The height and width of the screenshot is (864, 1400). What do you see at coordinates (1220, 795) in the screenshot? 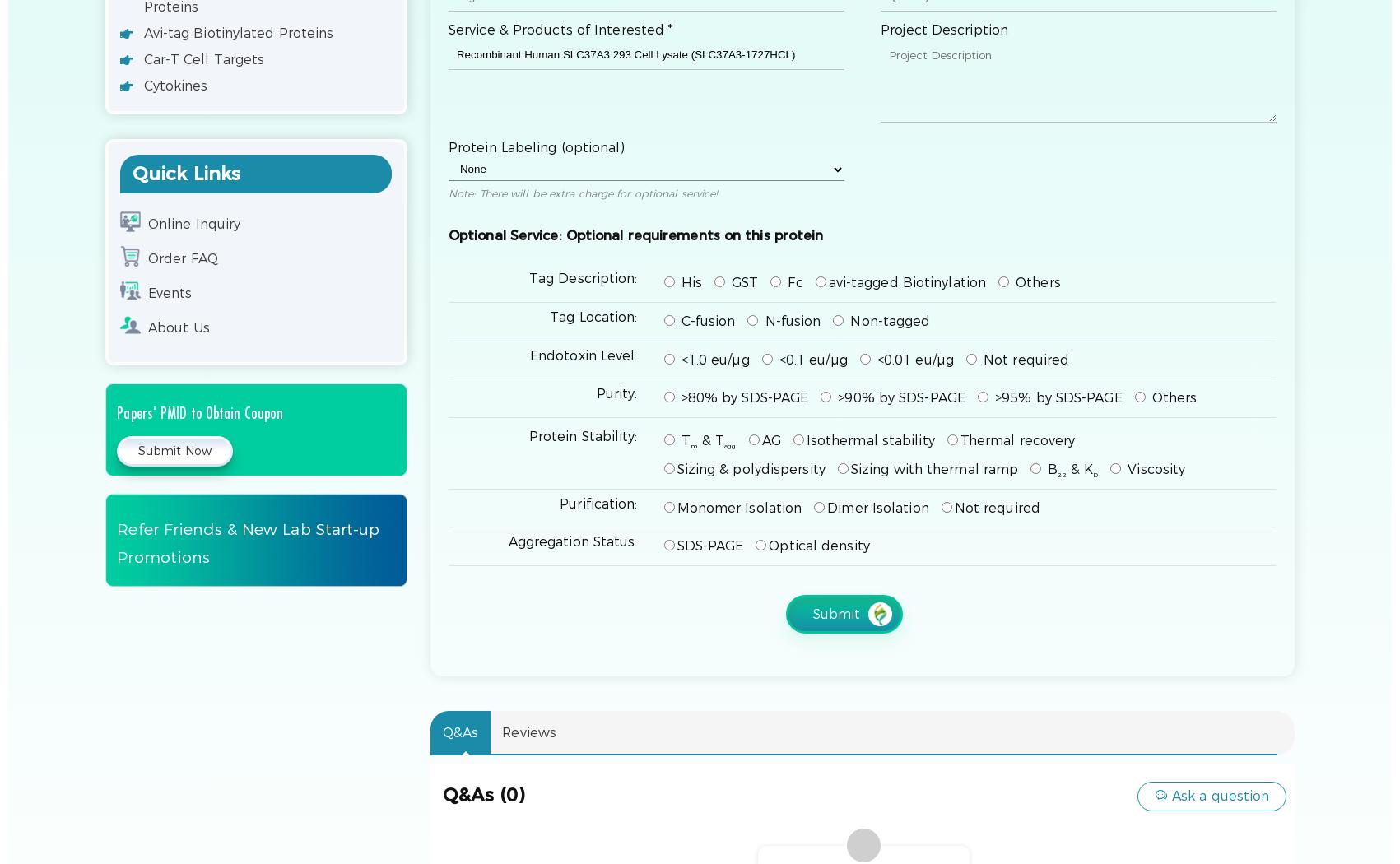
I see `'Ask a question'` at bounding box center [1220, 795].